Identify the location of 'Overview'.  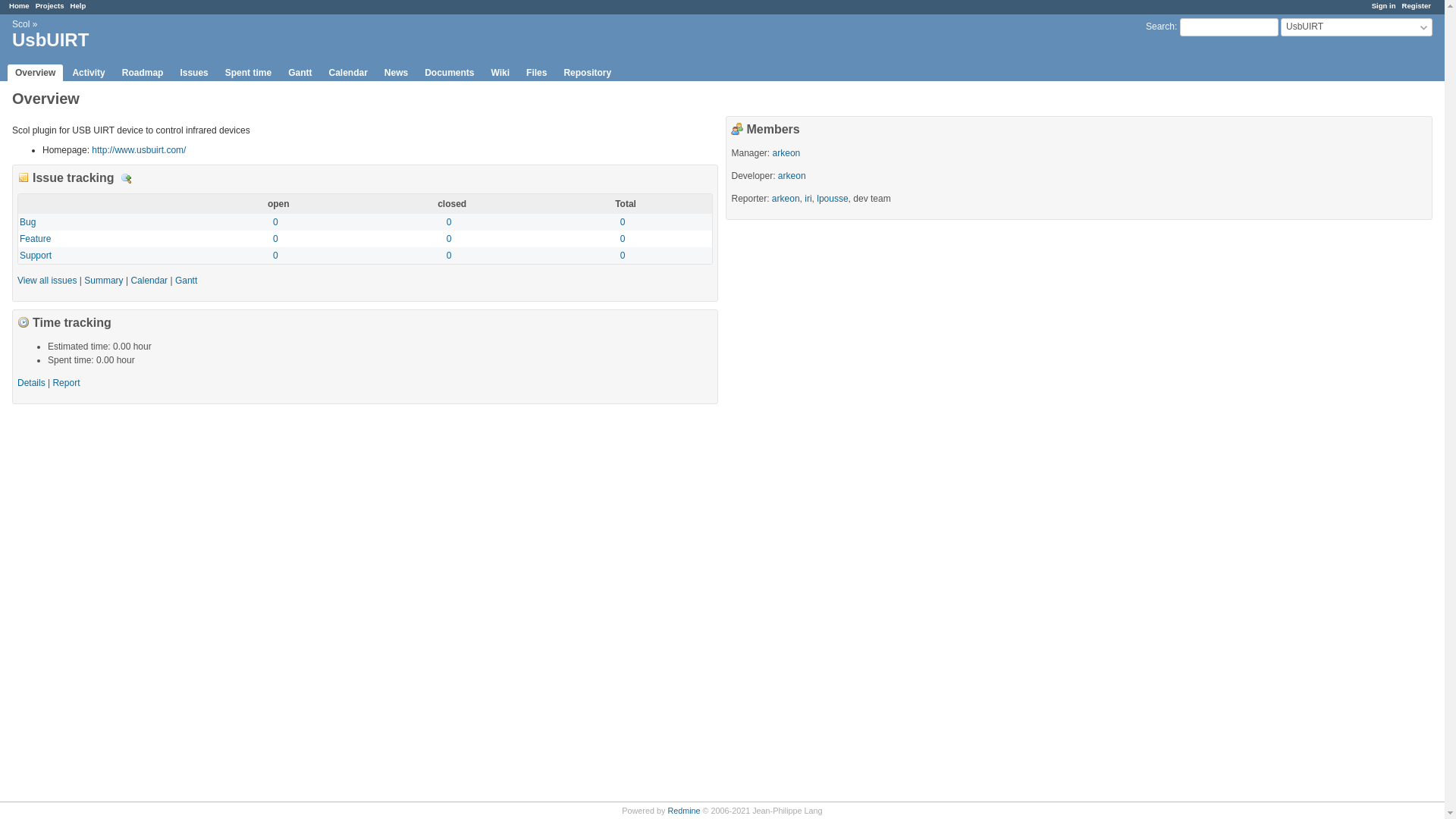
(7, 73).